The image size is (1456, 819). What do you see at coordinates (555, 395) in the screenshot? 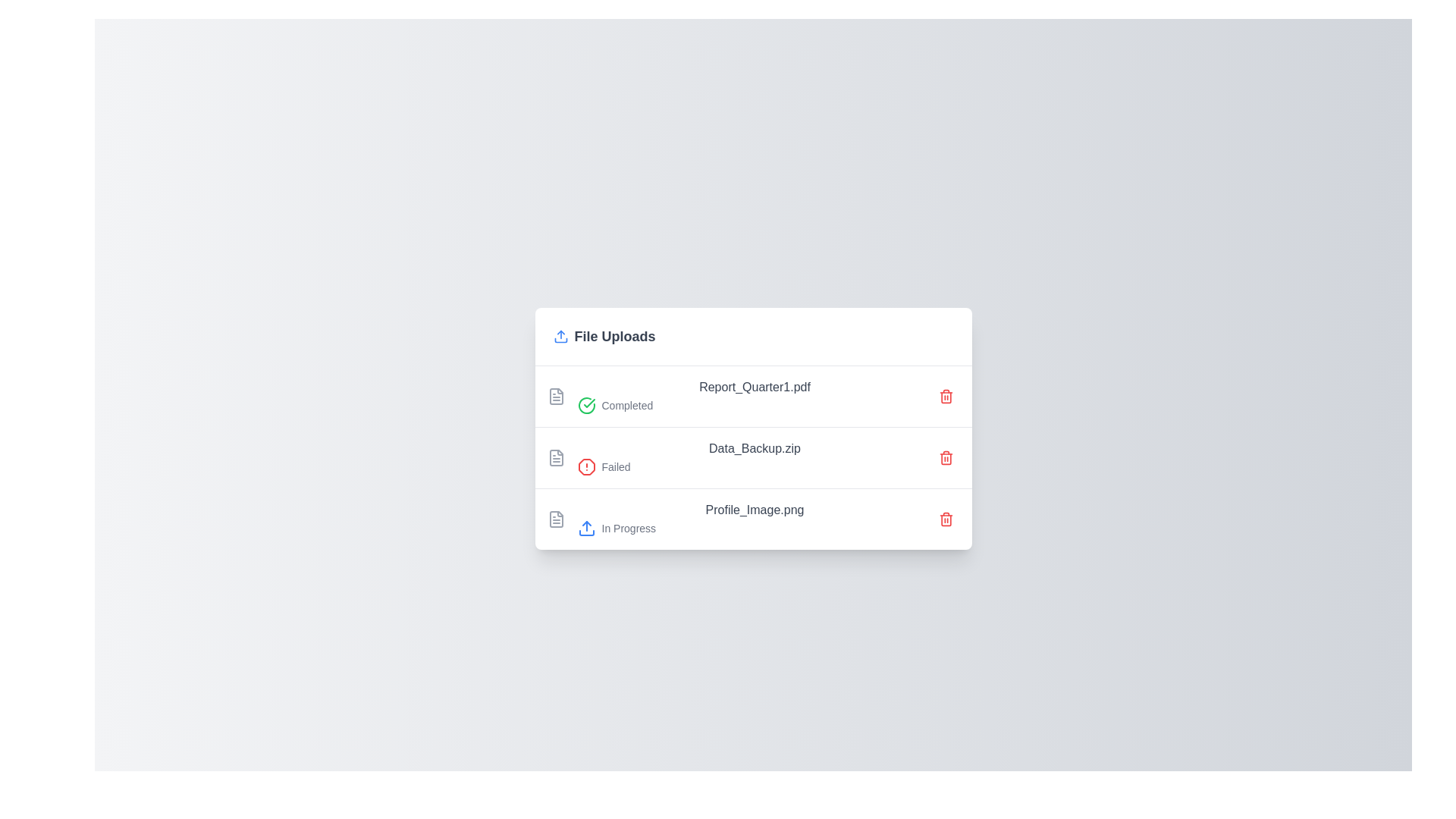
I see `the document file outline icon styled in gray, located to the left of 'Report_Quarter1.pdf' in the file list interface` at bounding box center [555, 395].